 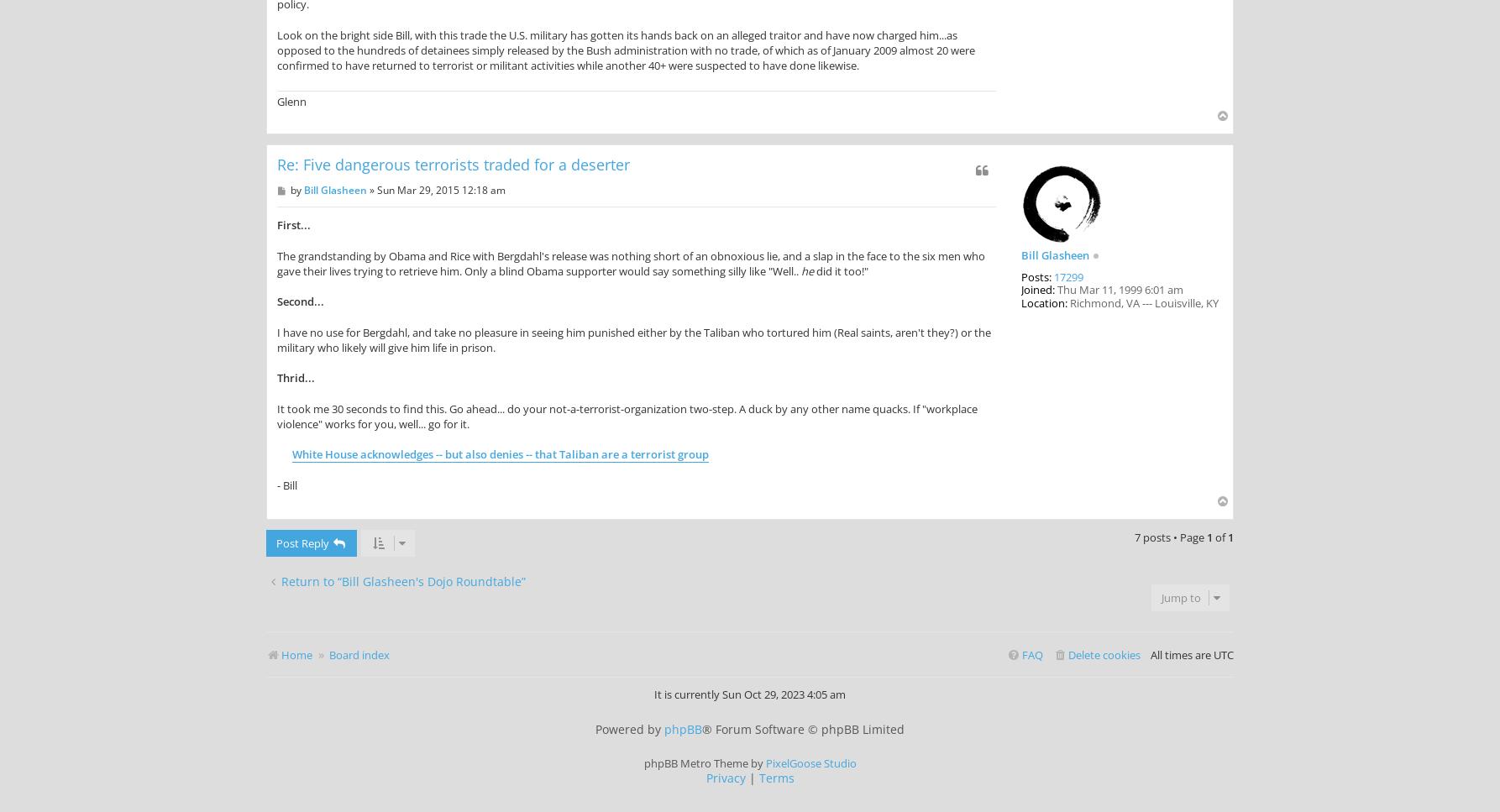 What do you see at coordinates (359, 654) in the screenshot?
I see `'Board index'` at bounding box center [359, 654].